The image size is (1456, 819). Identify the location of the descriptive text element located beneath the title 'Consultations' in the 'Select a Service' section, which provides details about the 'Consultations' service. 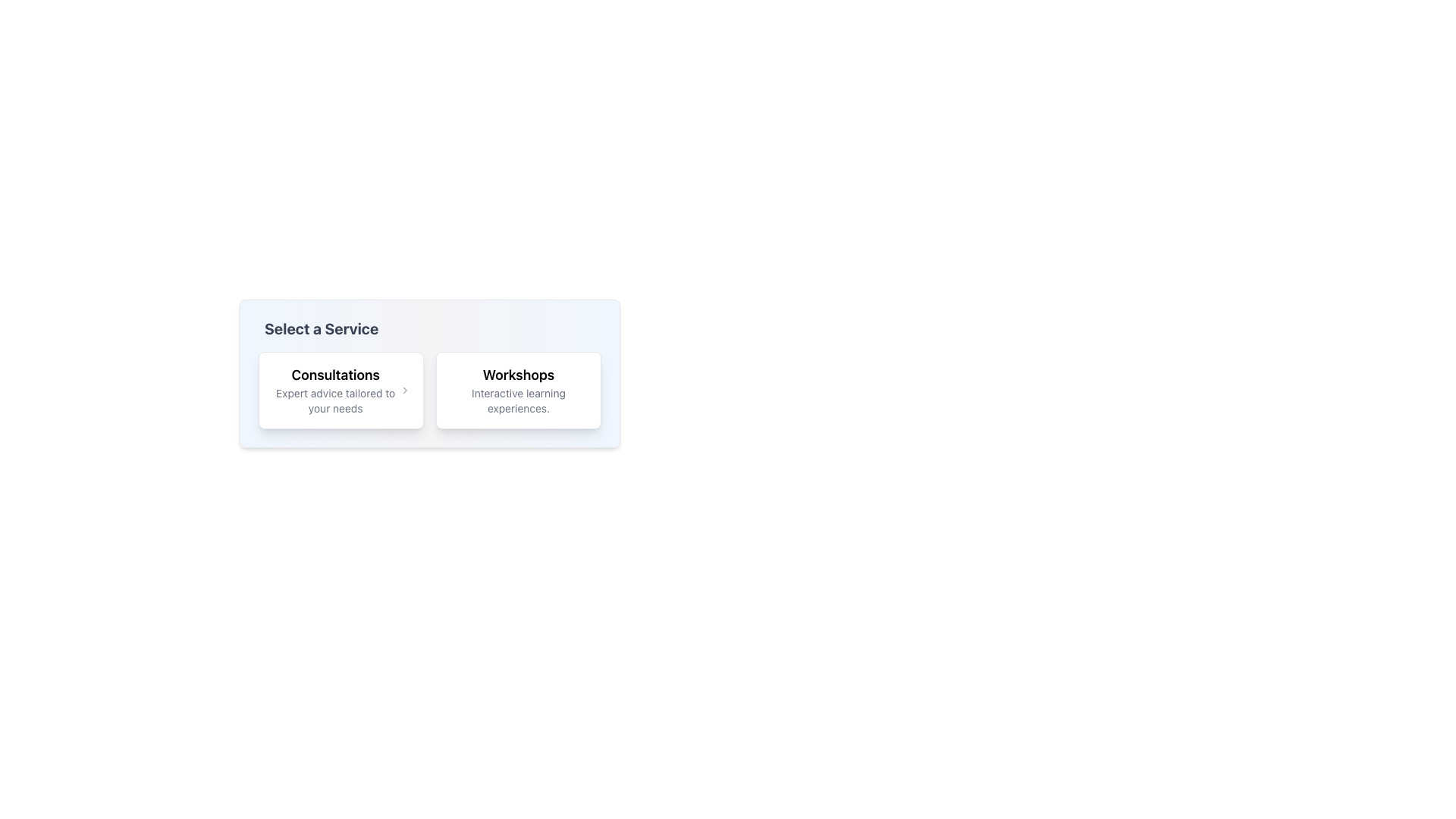
(334, 400).